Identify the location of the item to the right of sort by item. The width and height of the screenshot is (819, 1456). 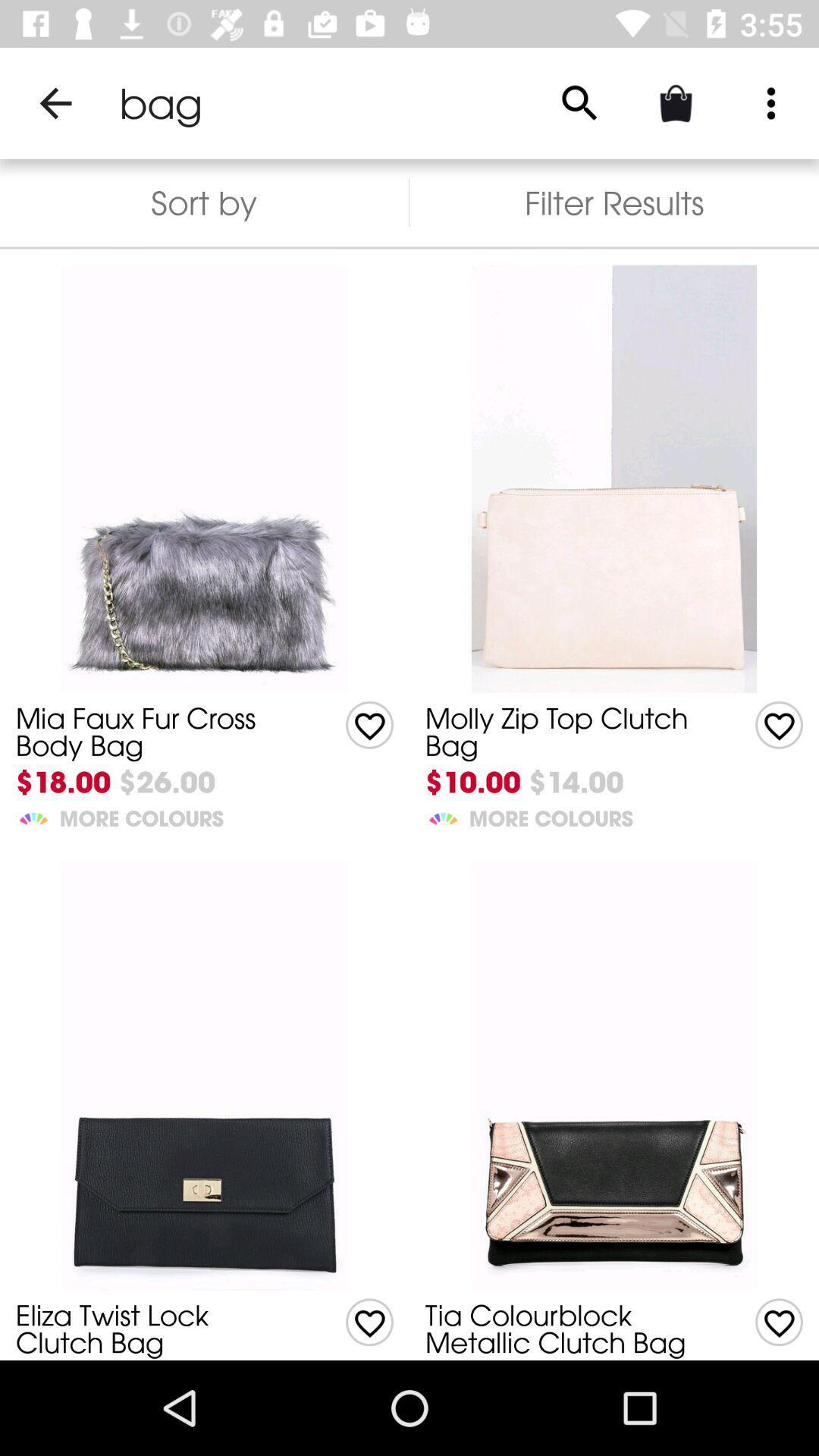
(579, 102).